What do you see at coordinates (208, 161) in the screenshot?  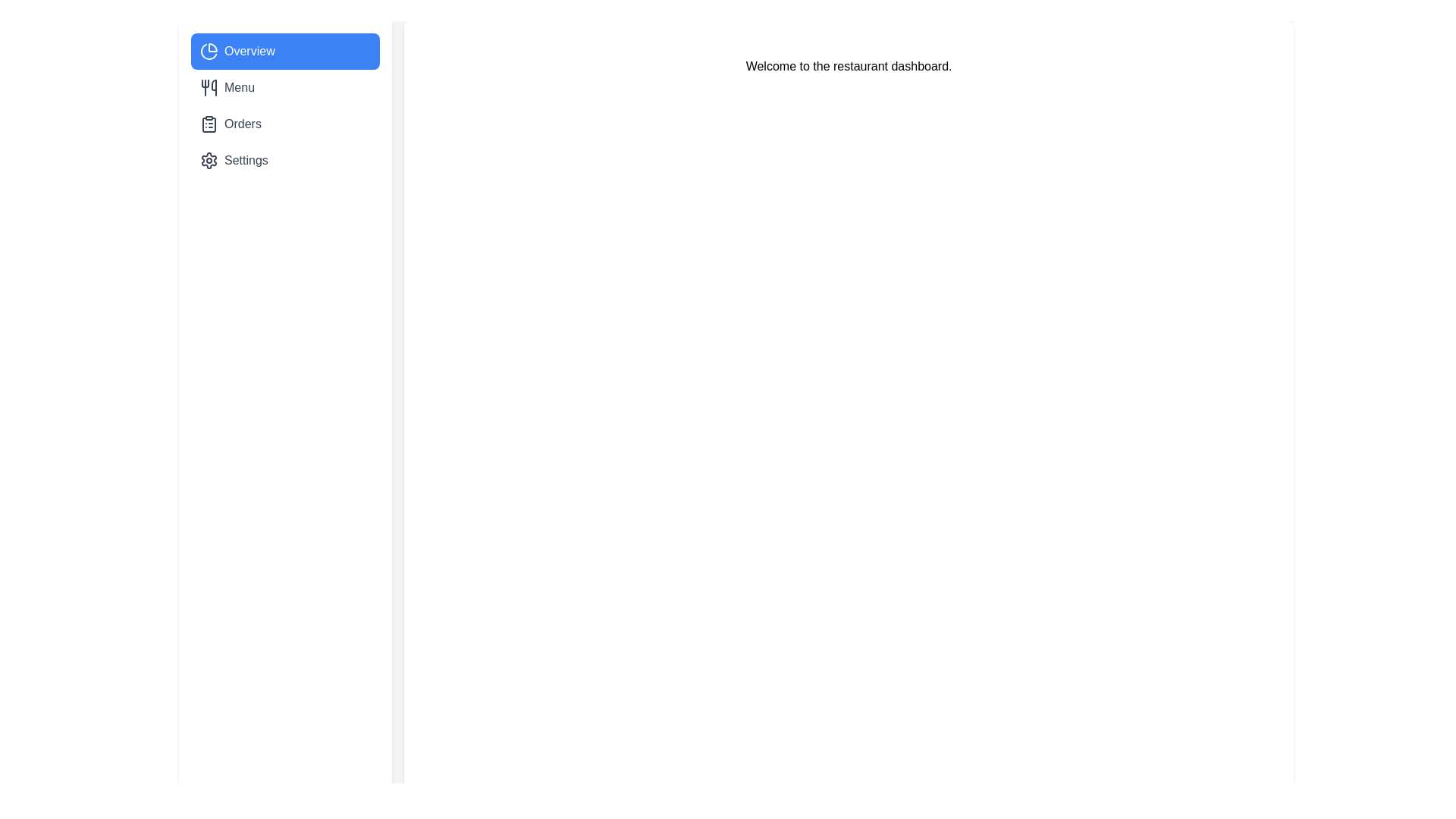 I see `the gear icon with a black outline, which symbolizes the settings functionality, located in the vertical sidebar menu` at bounding box center [208, 161].